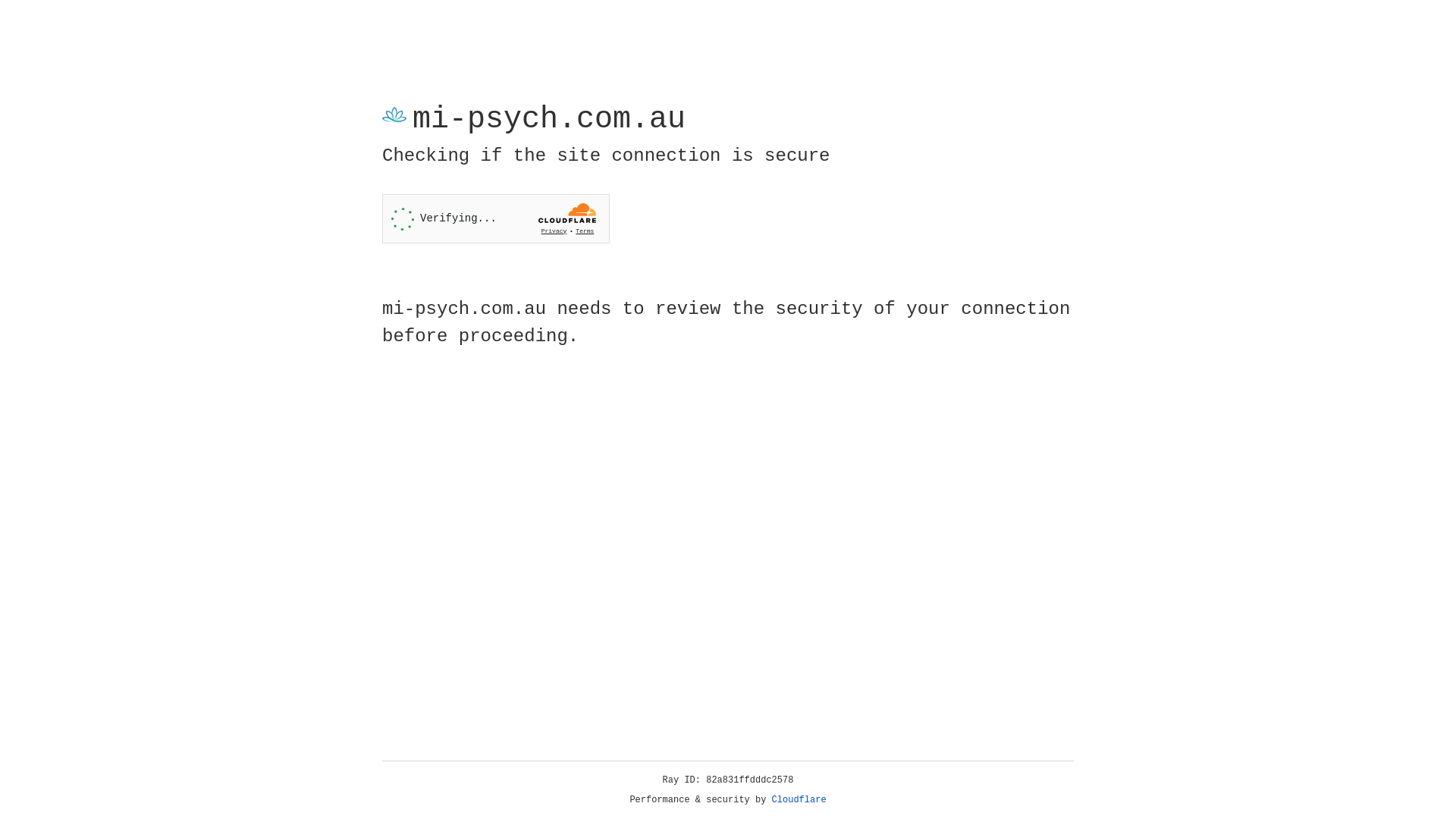 The image size is (1456, 819). What do you see at coordinates (771, 799) in the screenshot?
I see `'Cloudflare'` at bounding box center [771, 799].